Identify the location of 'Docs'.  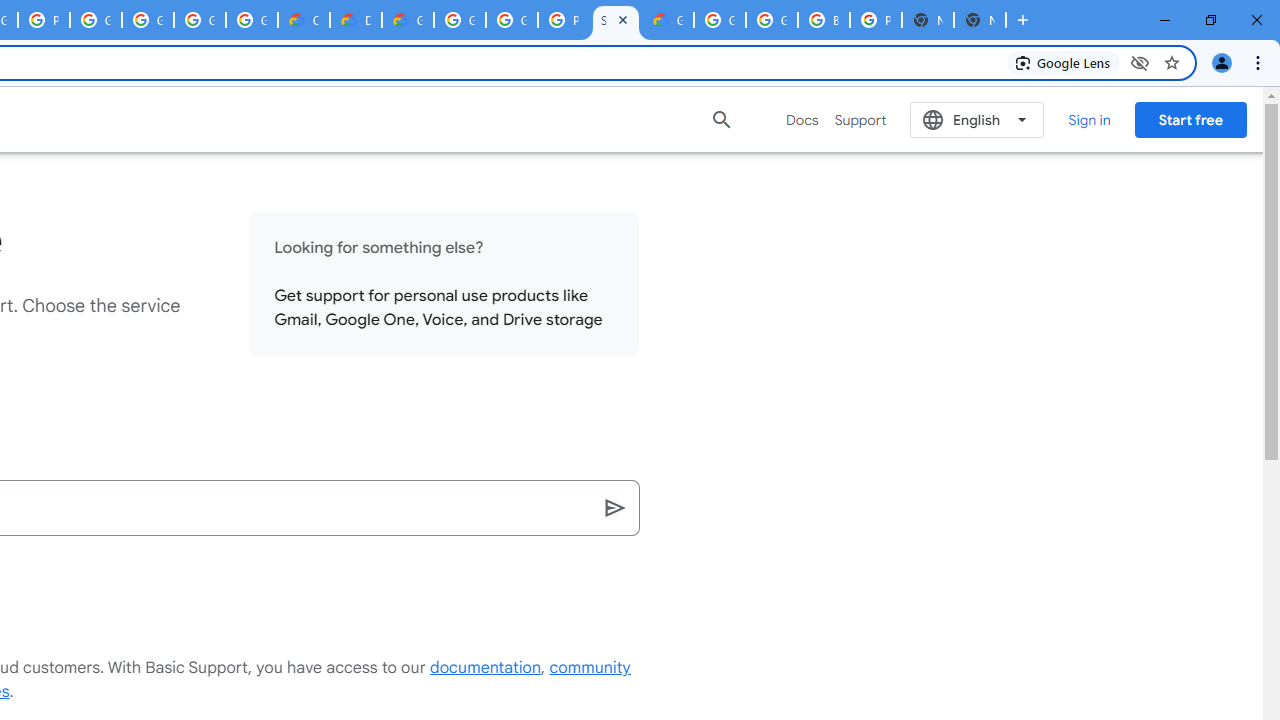
(802, 119).